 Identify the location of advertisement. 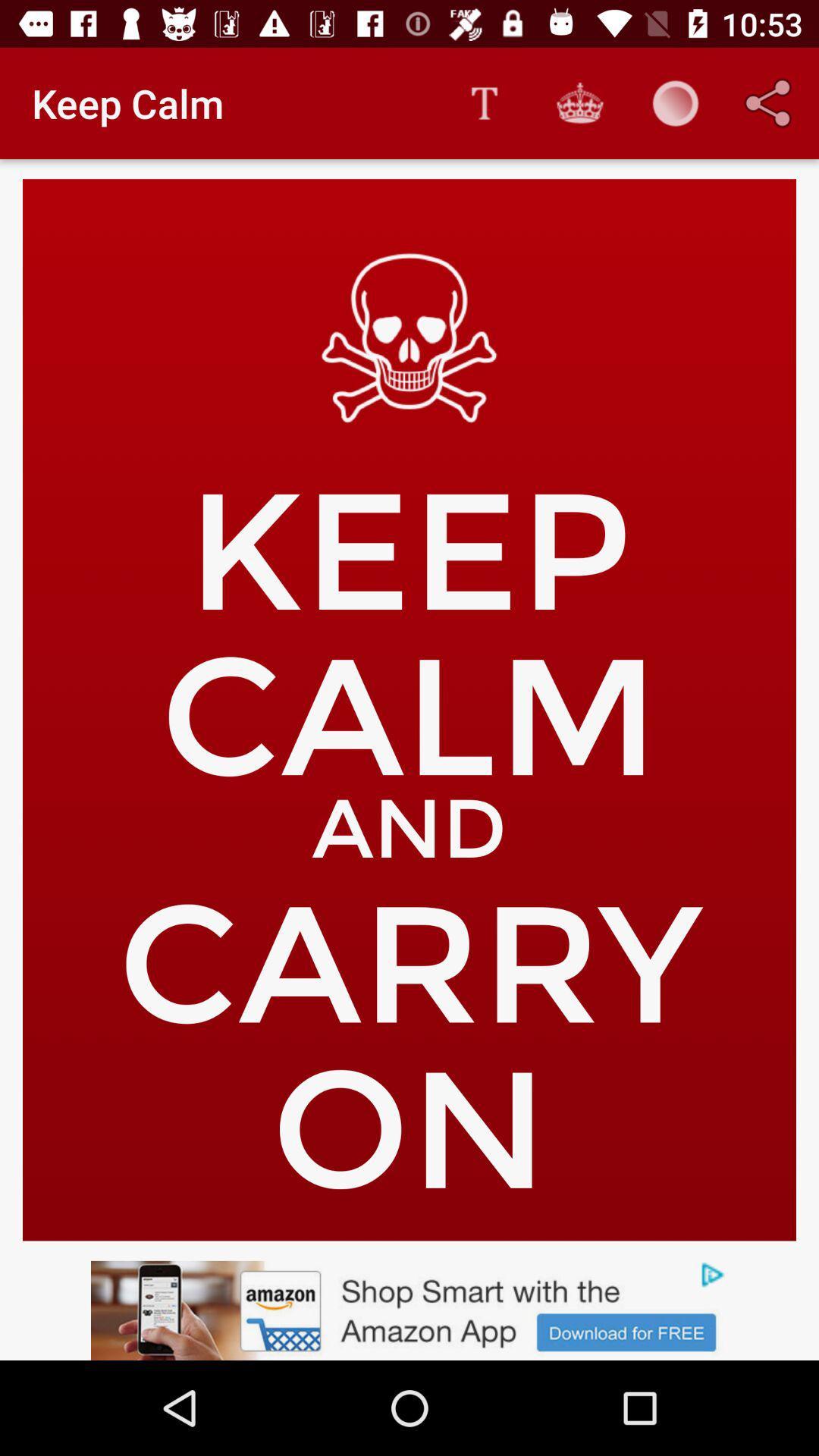
(409, 1310).